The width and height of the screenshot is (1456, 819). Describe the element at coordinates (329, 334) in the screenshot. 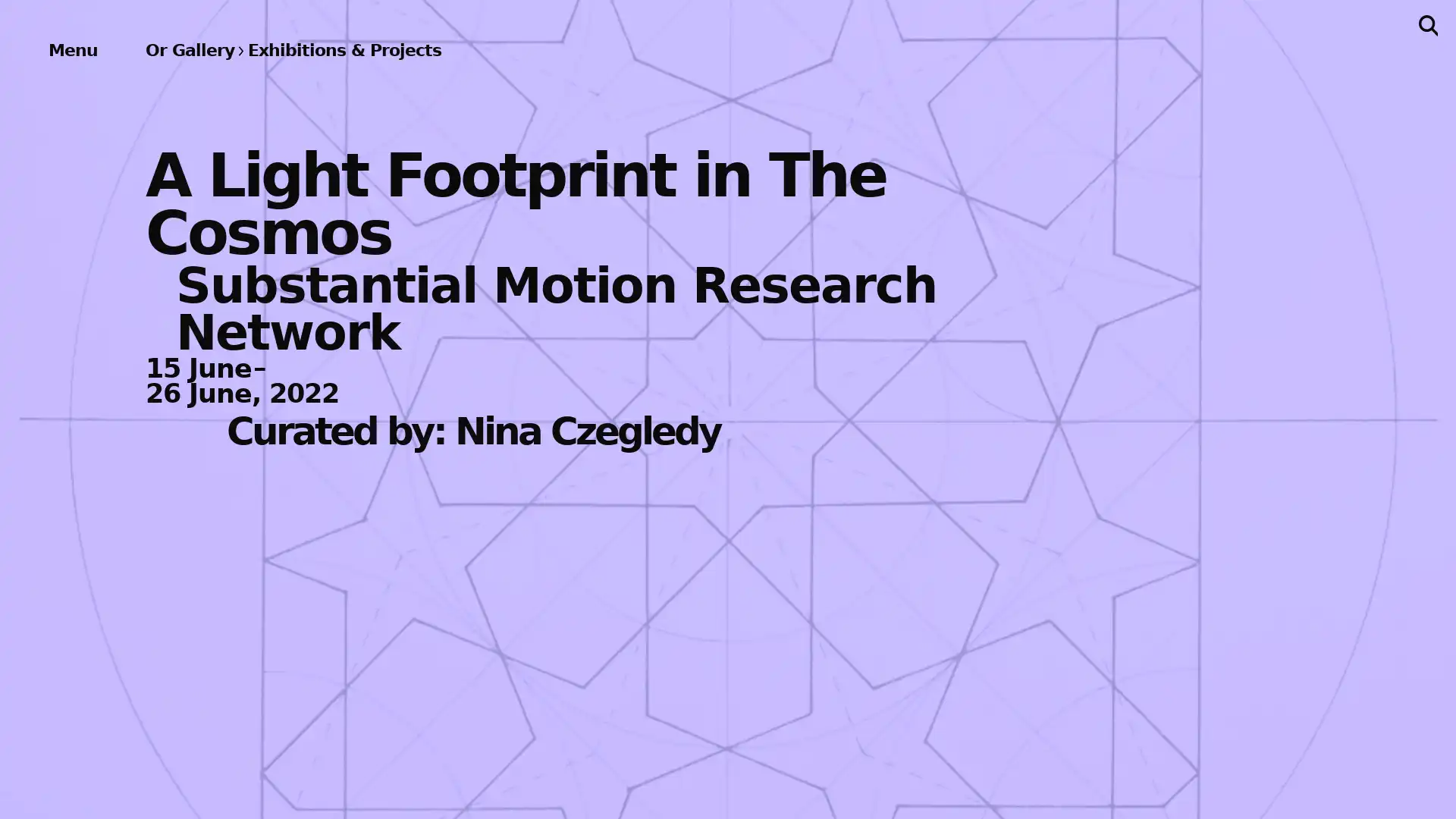

I see `Publications & Editions` at that location.